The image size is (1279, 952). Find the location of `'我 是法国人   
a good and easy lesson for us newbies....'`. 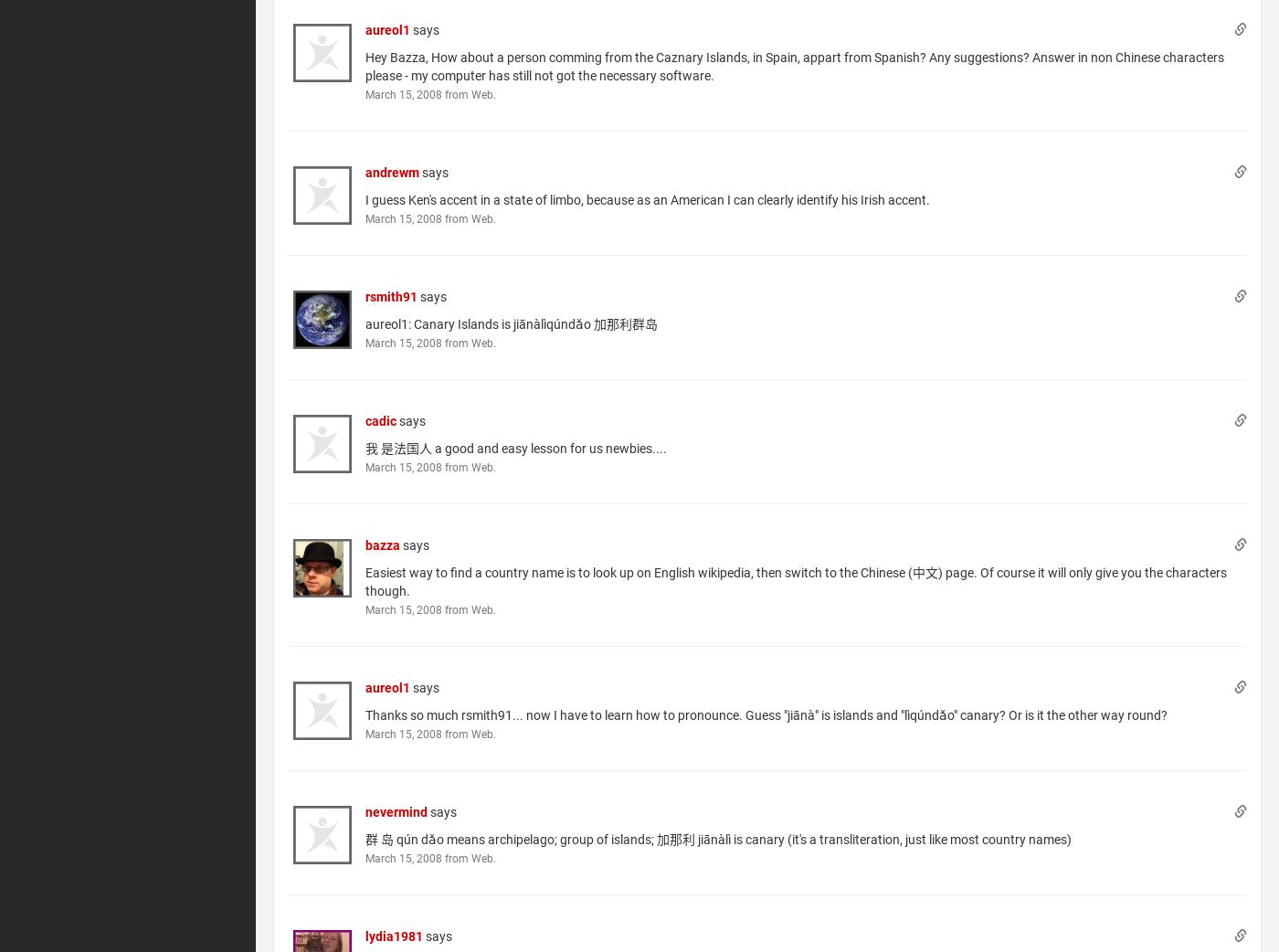

'我 是法国人   
a good and easy lesson for us newbies....' is located at coordinates (364, 447).